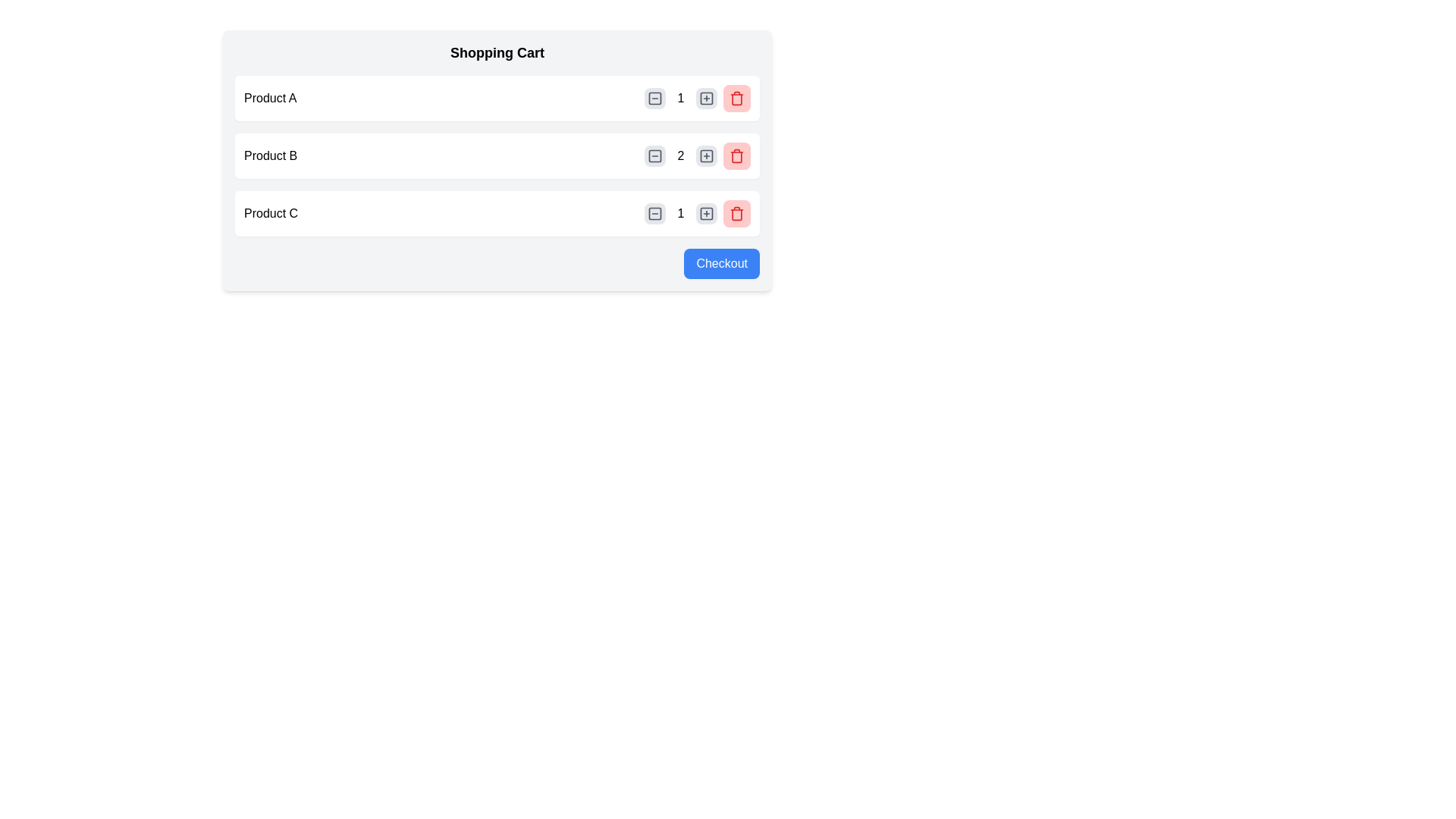 The width and height of the screenshot is (1456, 819). Describe the element at coordinates (736, 213) in the screenshot. I see `the button with an icon for removing 'Product C' from the shopping cart` at that location.